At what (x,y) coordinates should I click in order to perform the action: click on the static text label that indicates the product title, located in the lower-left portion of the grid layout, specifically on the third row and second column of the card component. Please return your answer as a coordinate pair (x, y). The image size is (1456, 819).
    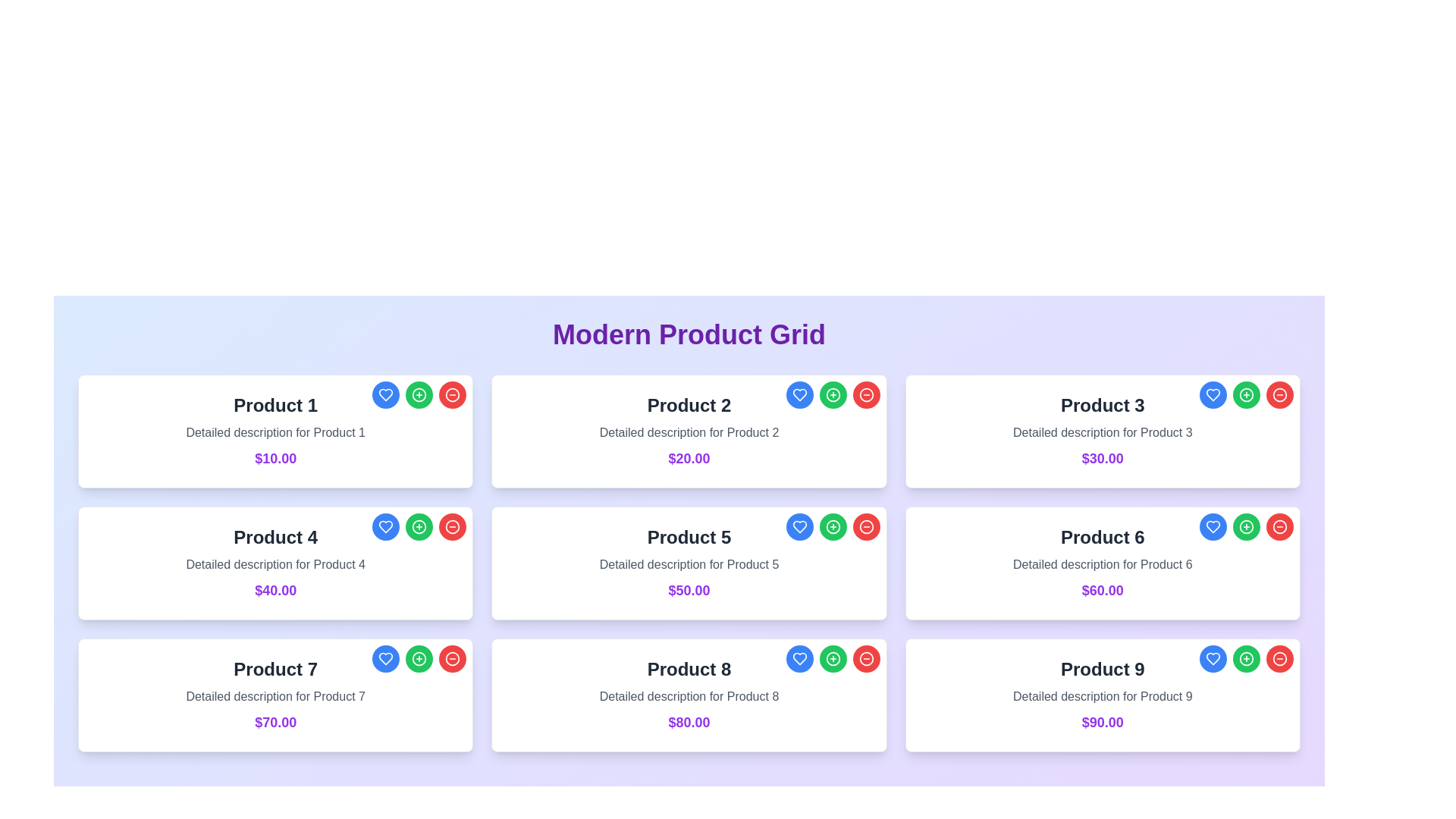
    Looking at the image, I should click on (688, 669).